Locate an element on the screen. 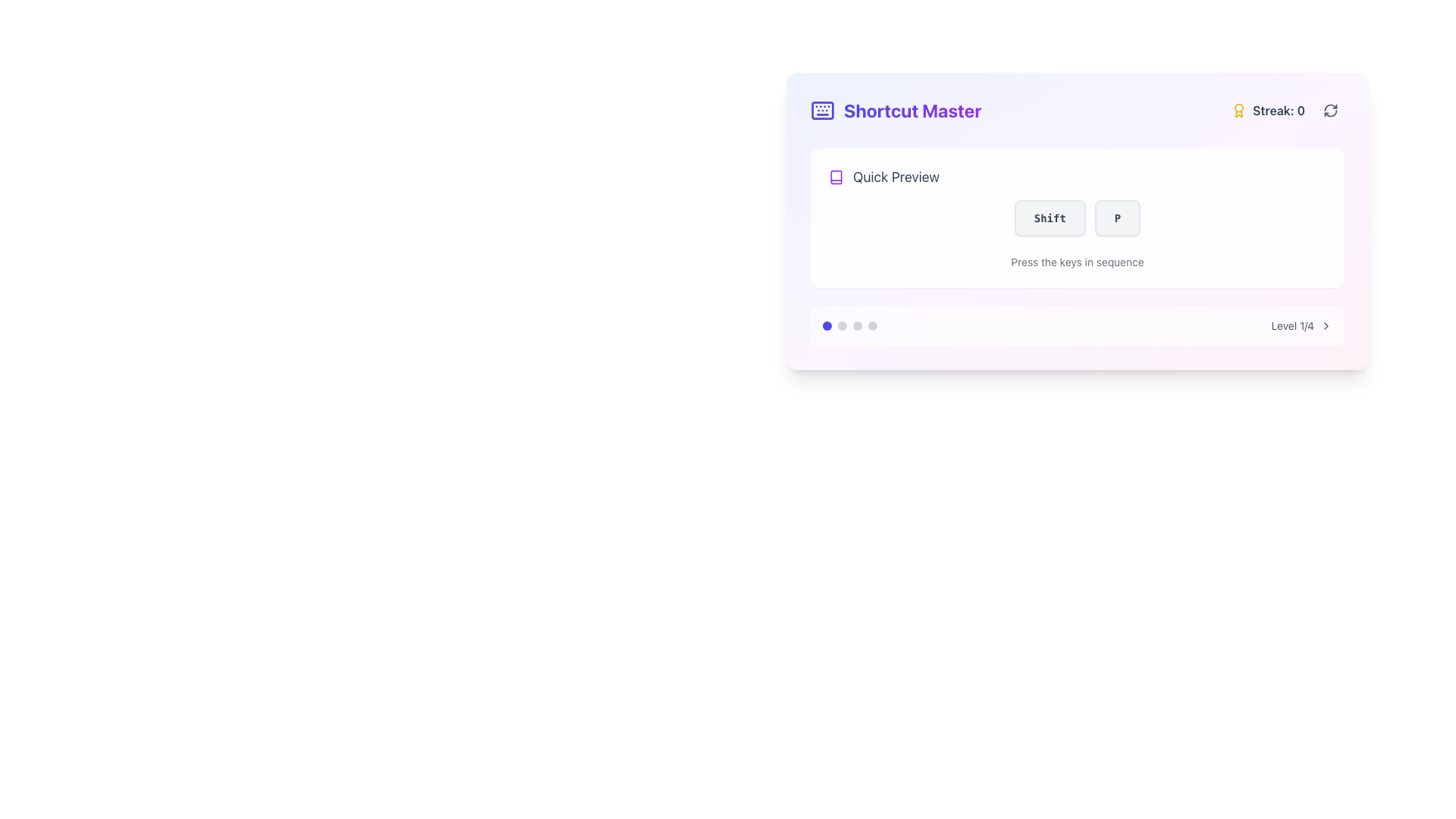  the button labeled 'P', which is a rectangular button with a light gray background, rounded corners, and a slightly darker gray border, positioned to the right of the 'Shift' button is located at coordinates (1117, 218).